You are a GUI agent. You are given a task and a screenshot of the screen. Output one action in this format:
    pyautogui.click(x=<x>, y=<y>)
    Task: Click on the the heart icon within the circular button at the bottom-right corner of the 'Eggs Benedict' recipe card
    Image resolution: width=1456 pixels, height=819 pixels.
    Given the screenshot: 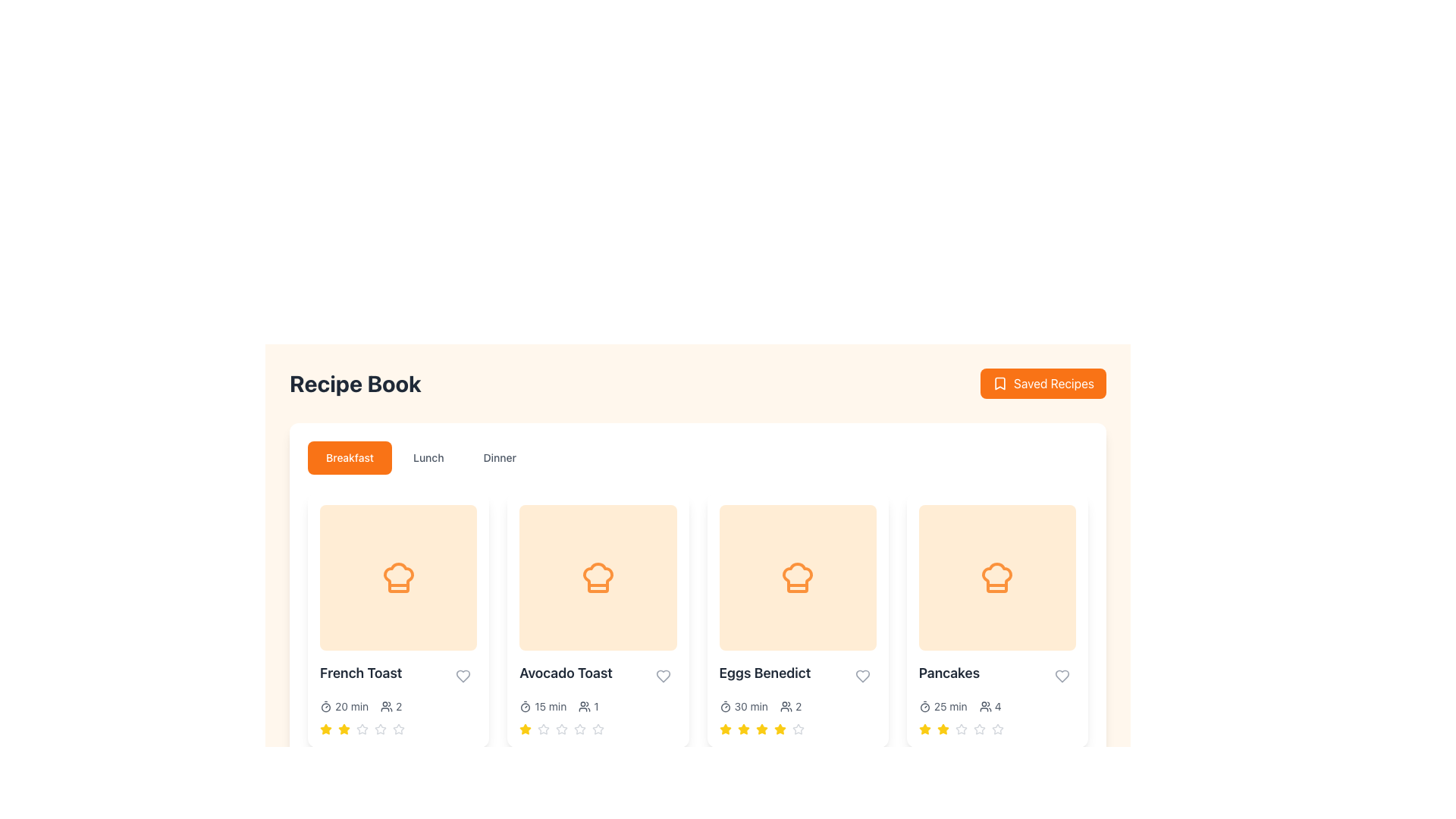 What is the action you would take?
    pyautogui.click(x=862, y=675)
    